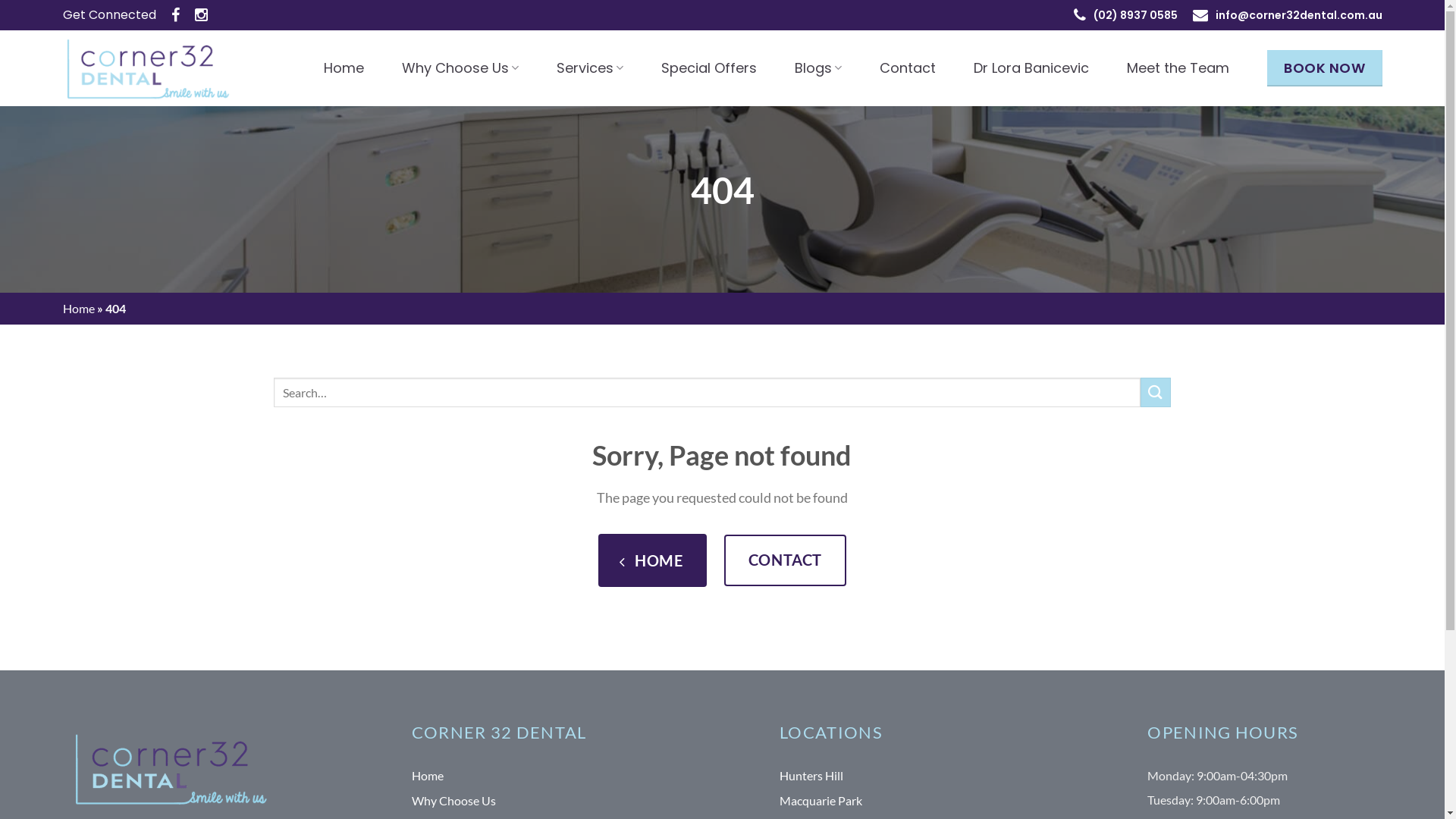  I want to click on 'Dr Lora Banicevic', so click(1031, 67).